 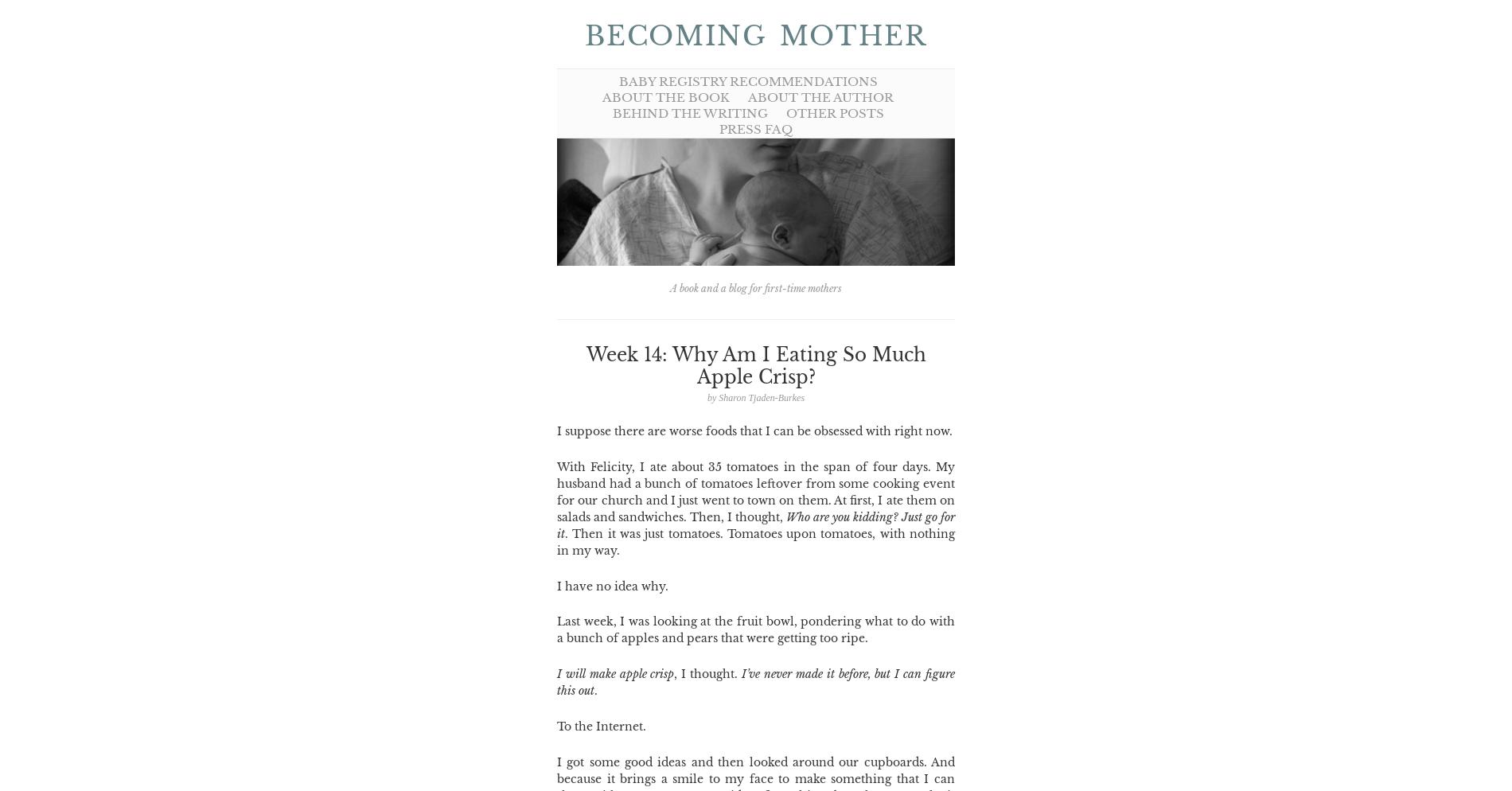 I want to click on 'by', so click(x=711, y=397).